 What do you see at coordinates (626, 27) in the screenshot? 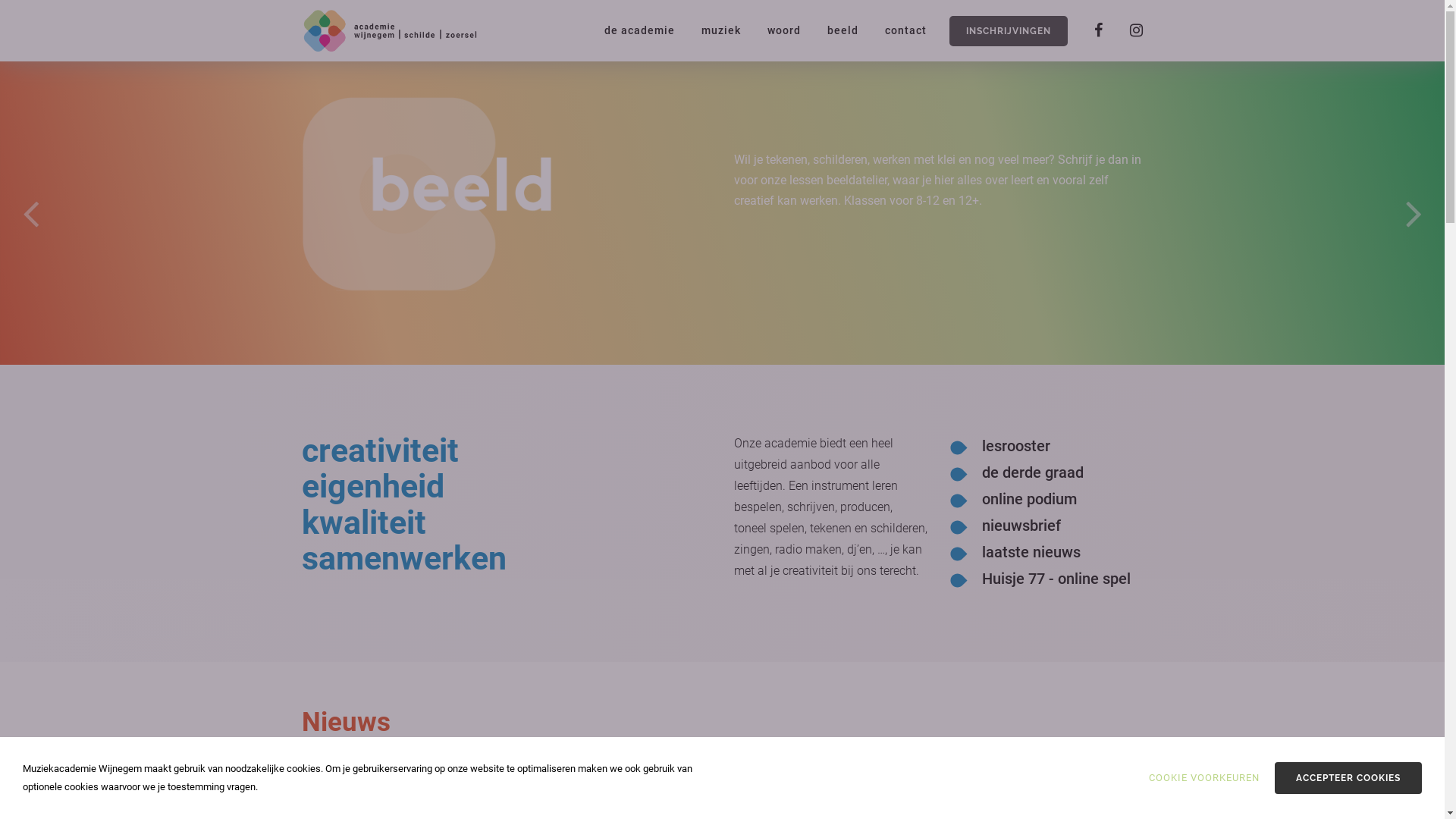
I see `'de academie'` at bounding box center [626, 27].